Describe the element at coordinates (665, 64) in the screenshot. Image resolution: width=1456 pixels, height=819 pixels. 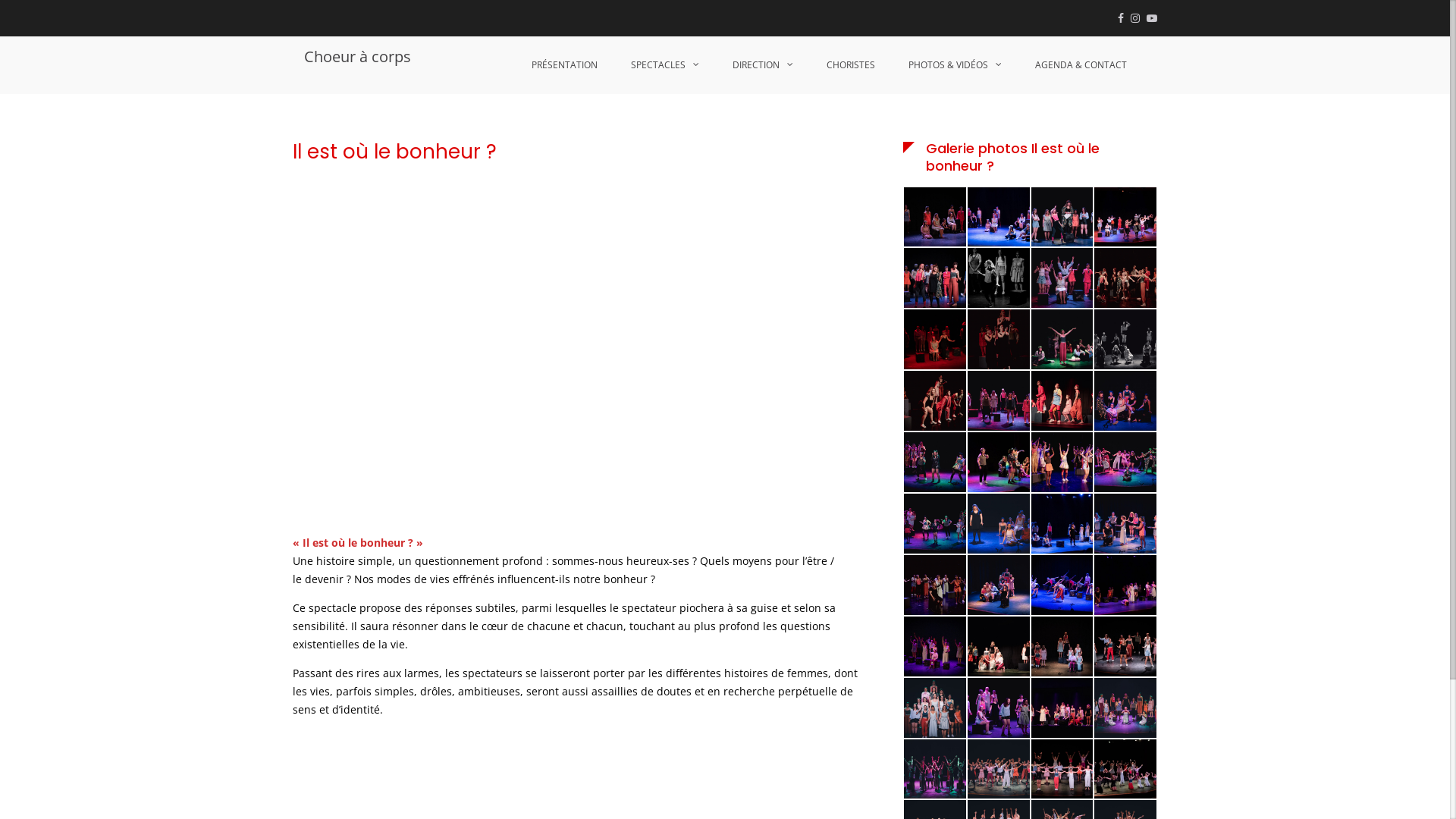
I see `'SPECTACLES'` at that location.